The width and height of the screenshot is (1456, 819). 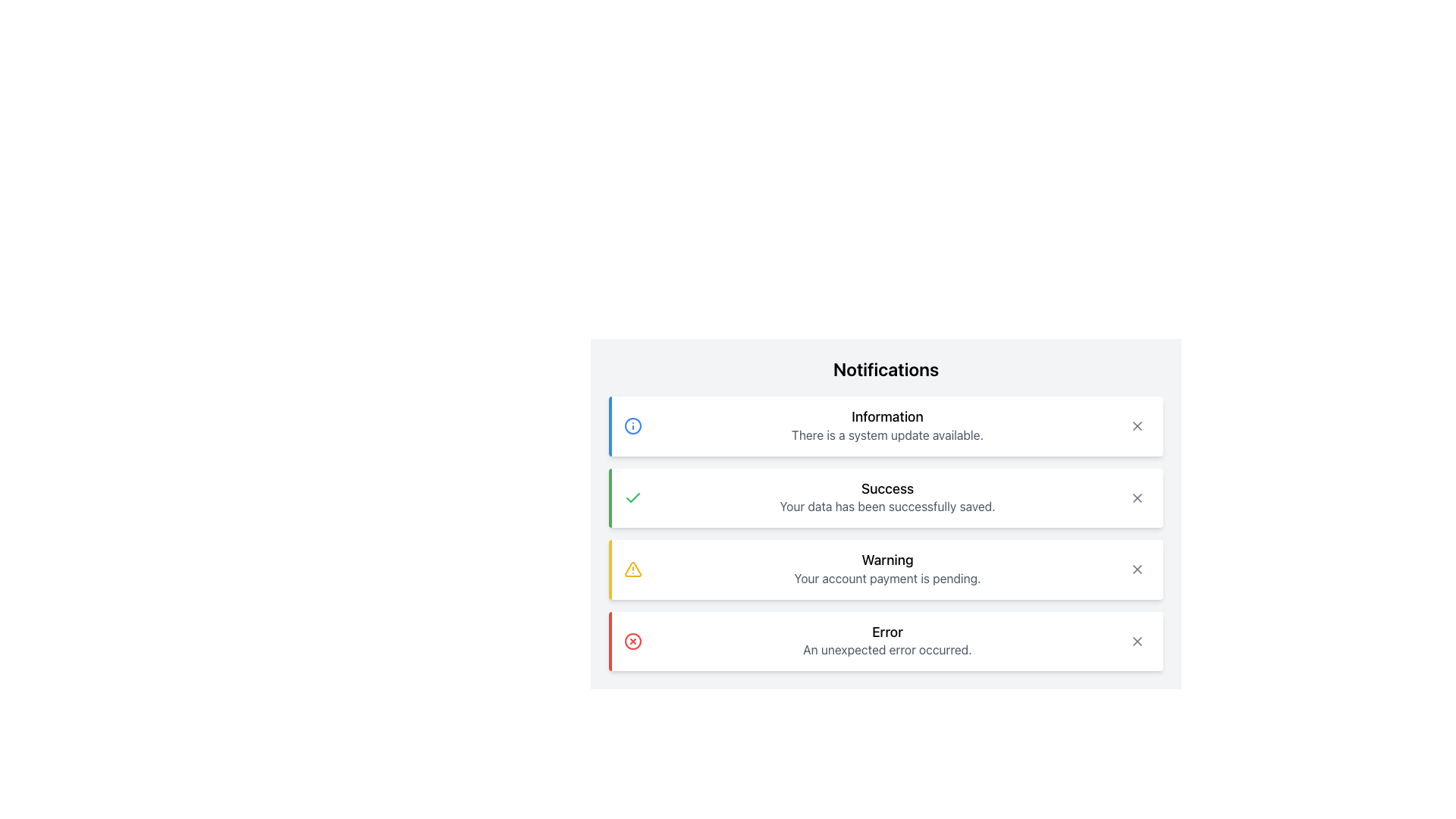 What do you see at coordinates (633, 426) in the screenshot?
I see `the circular icon with a blue outline and white fill, which is the first item in the notification section accompanying the 'Information' message` at bounding box center [633, 426].